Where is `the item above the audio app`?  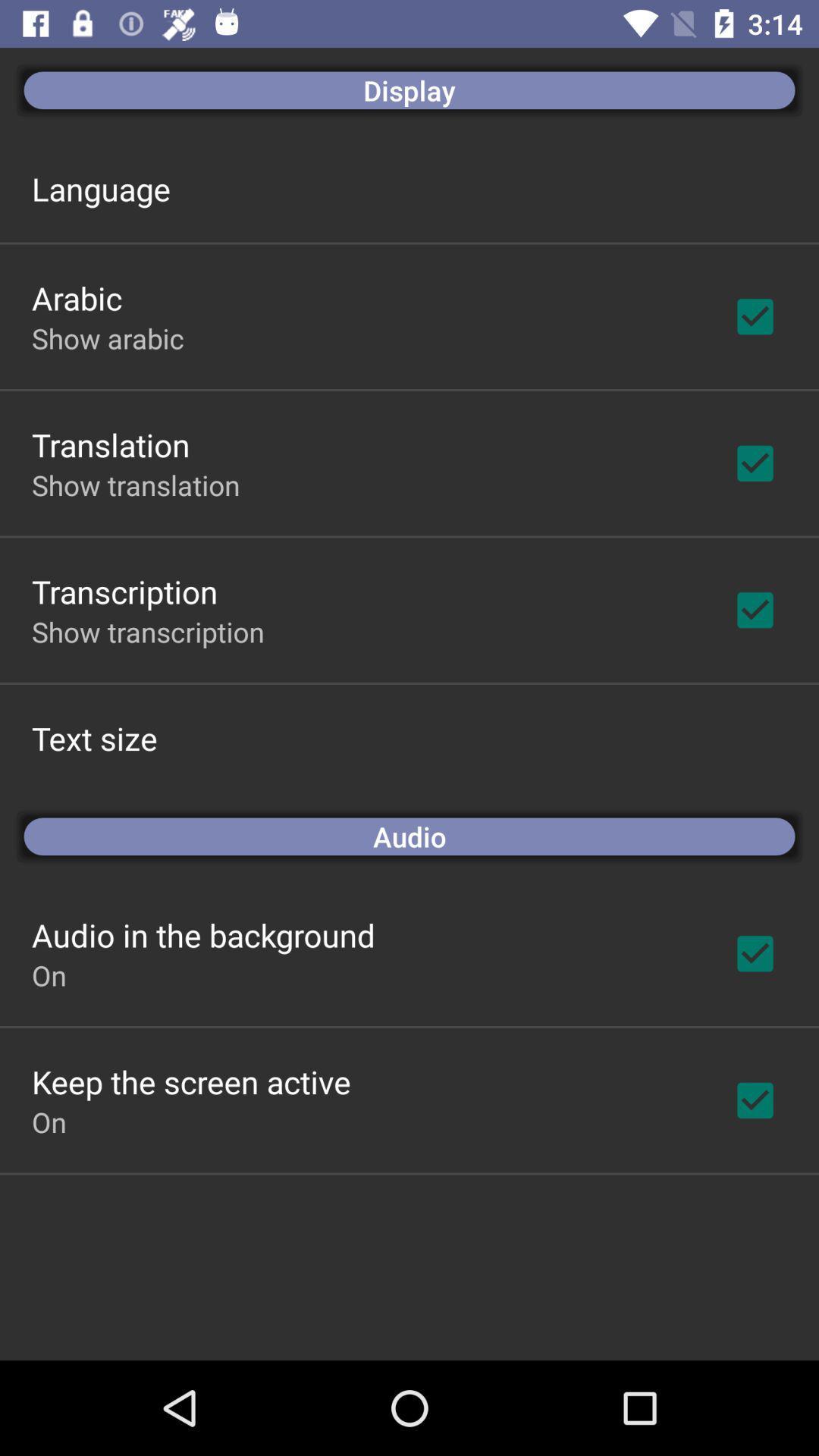
the item above the audio app is located at coordinates (94, 738).